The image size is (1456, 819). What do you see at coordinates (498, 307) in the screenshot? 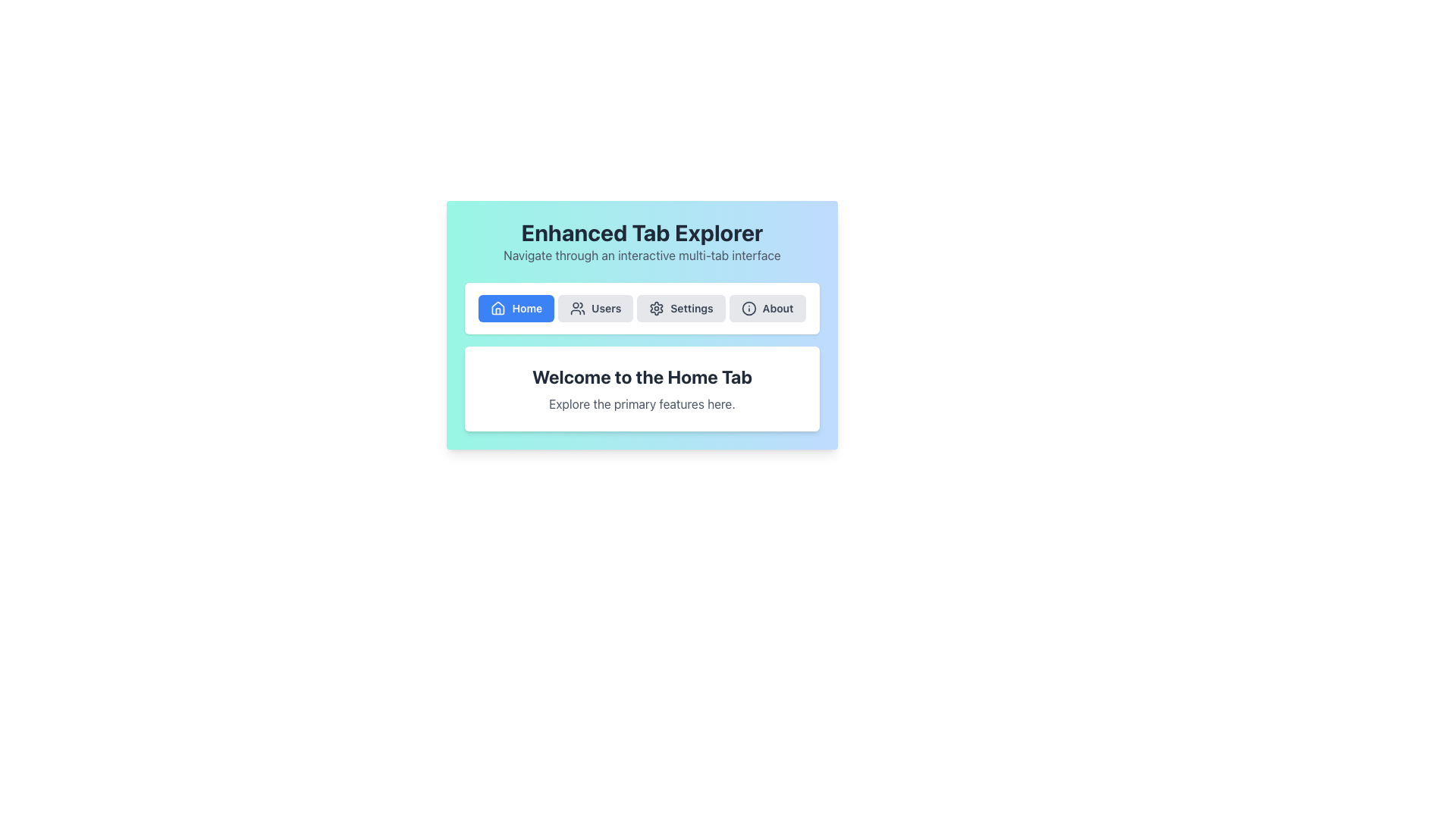
I see `the home icon, which is a white house icon located within the blue 'Home' button in the navigation bar at the top of the interface` at bounding box center [498, 307].